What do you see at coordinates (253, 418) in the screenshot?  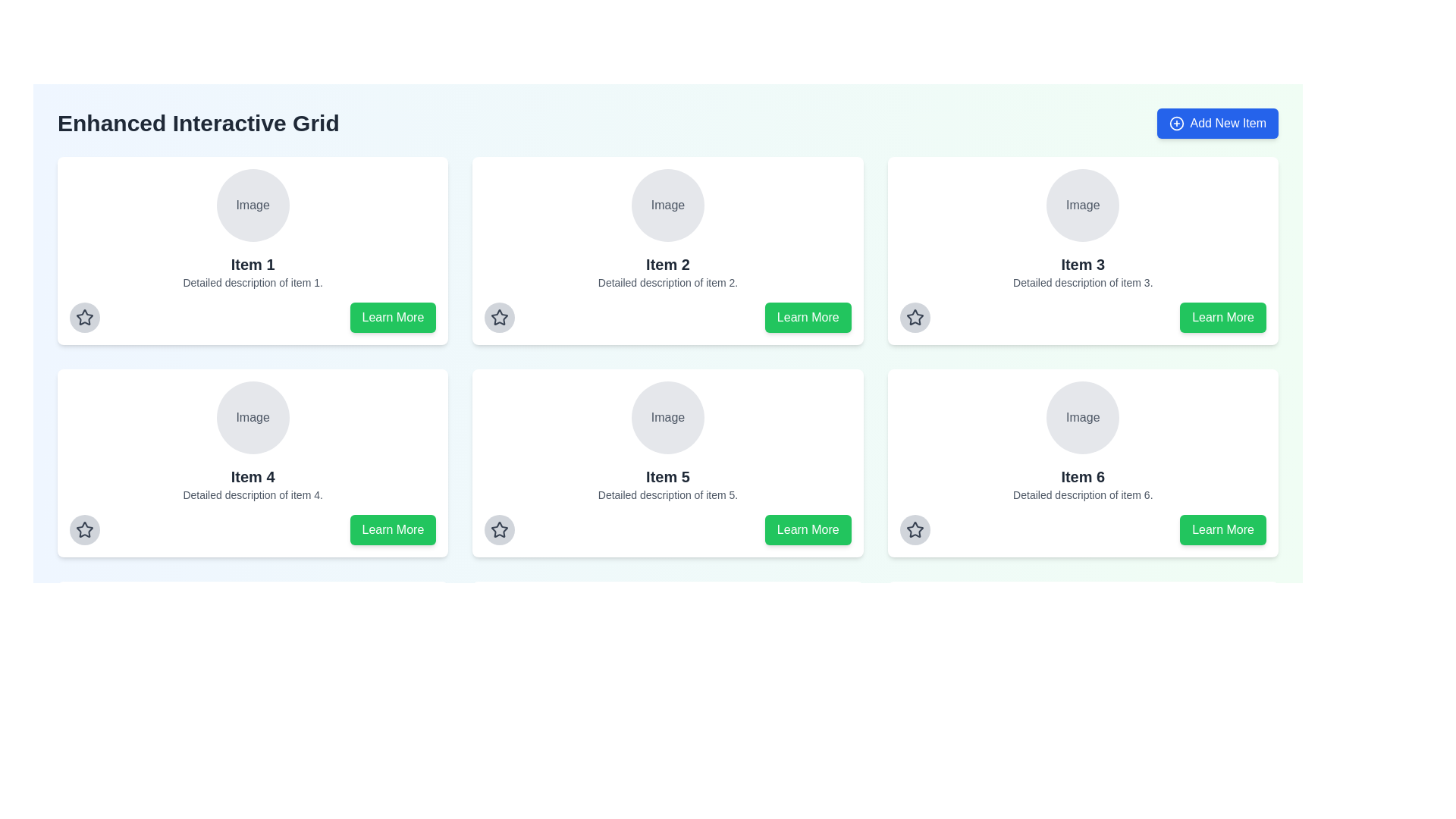 I see `the image placeholder or decorative component located inside the 'Item 4' card, positioned at the top above the 'Item 4' label` at bounding box center [253, 418].